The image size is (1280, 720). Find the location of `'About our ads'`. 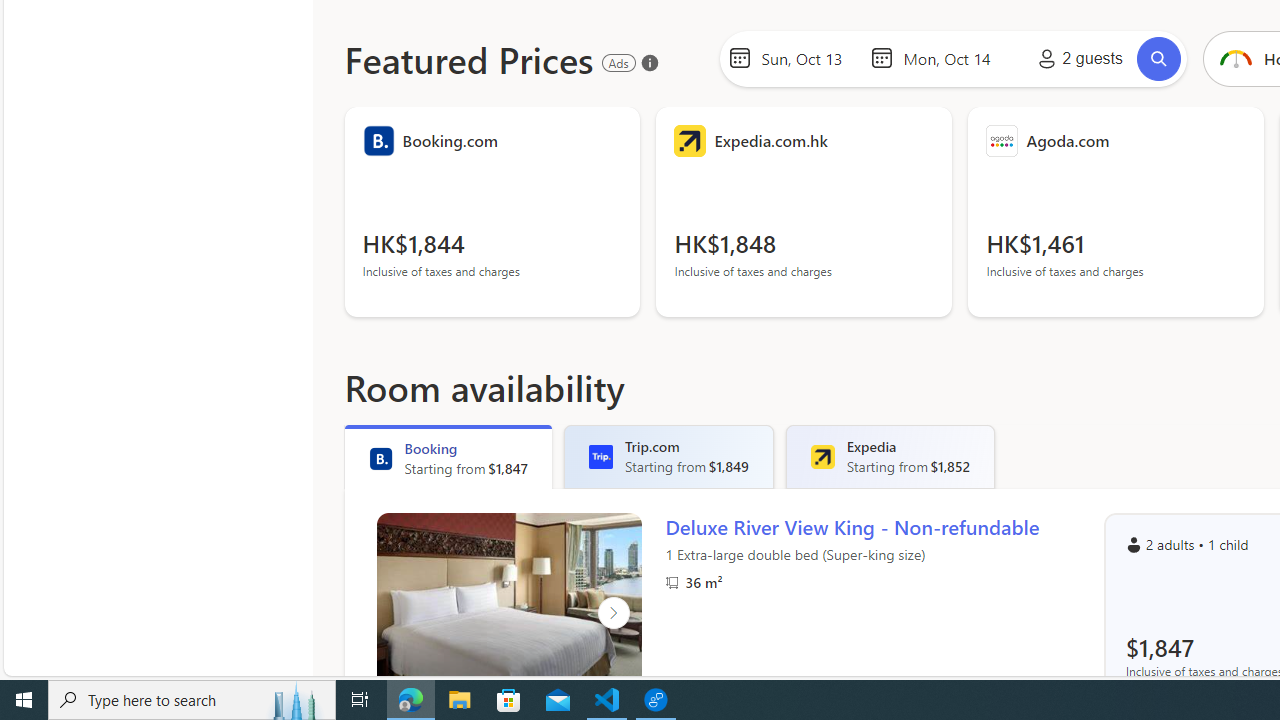

'About our ads' is located at coordinates (649, 61).